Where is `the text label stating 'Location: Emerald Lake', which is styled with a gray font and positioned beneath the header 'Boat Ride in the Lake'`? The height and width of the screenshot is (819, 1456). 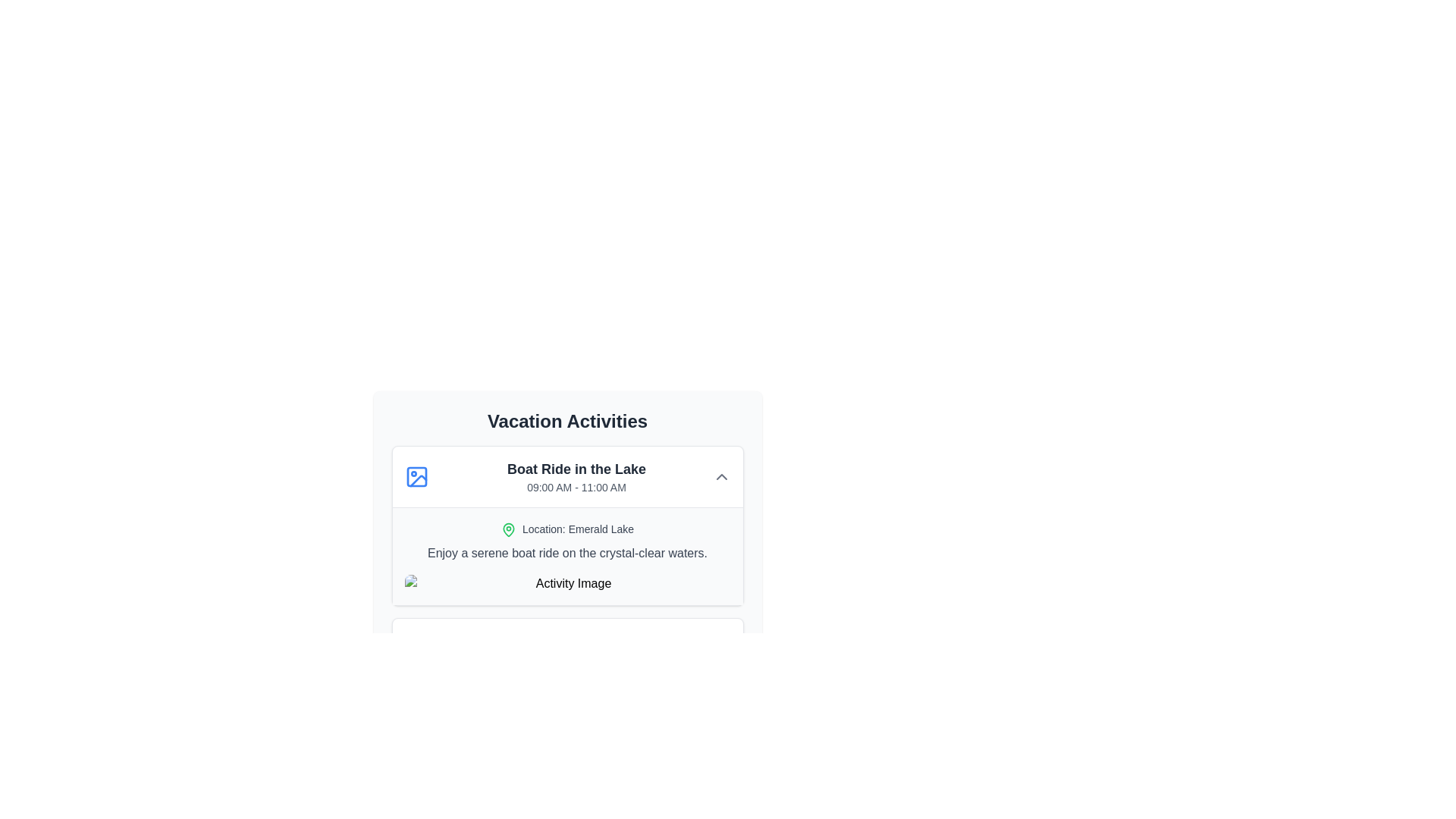
the text label stating 'Location: Emerald Lake', which is styled with a gray font and positioned beneath the header 'Boat Ride in the Lake' is located at coordinates (577, 529).